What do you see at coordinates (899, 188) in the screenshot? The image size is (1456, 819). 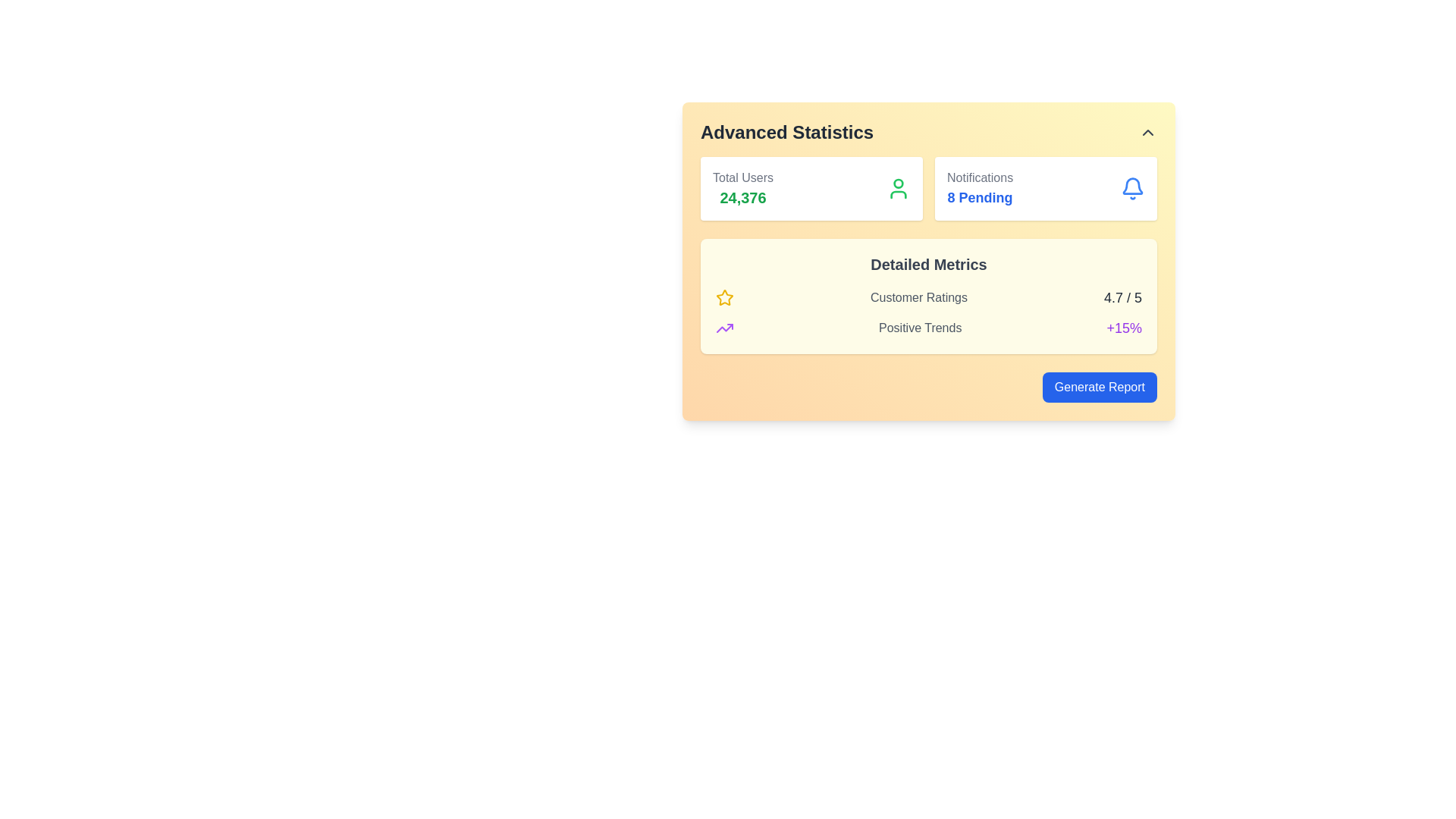 I see `the user icon located in the 'Total Users' section of the 'Advanced Statistics' card, which is visually represented next to the green number '24,376'` at bounding box center [899, 188].